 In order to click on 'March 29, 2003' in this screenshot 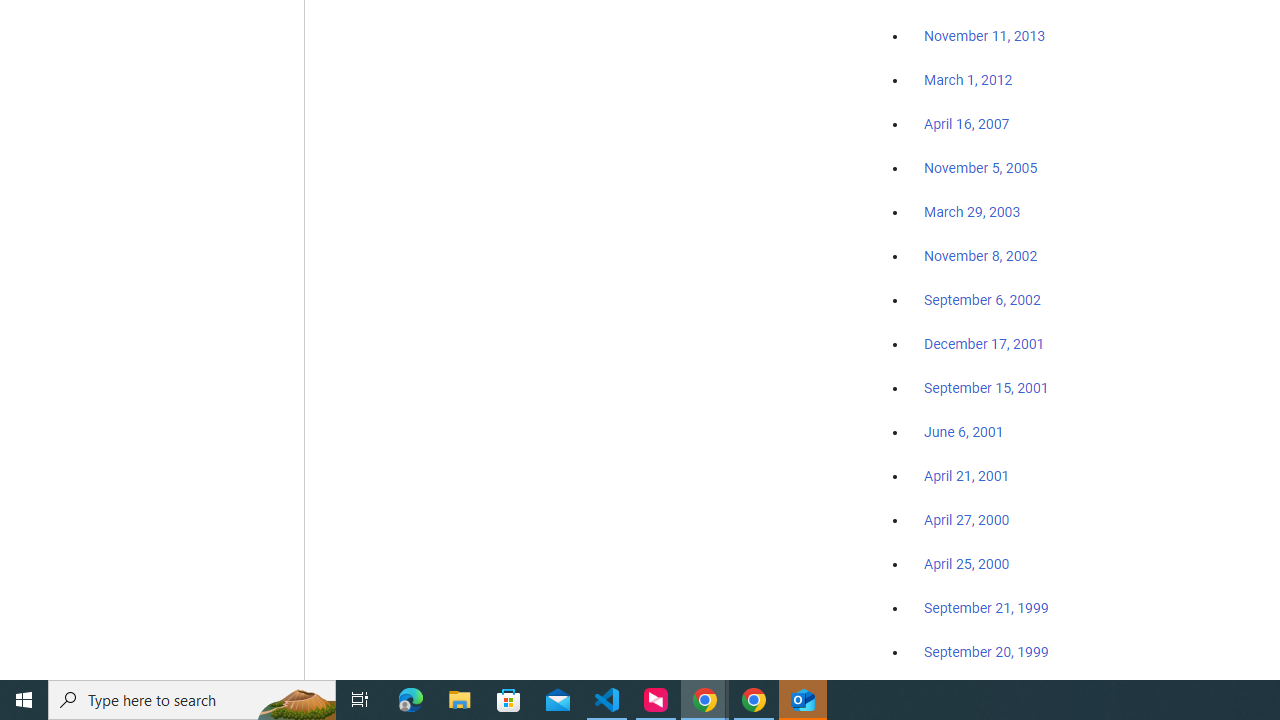, I will do `click(972, 212)`.